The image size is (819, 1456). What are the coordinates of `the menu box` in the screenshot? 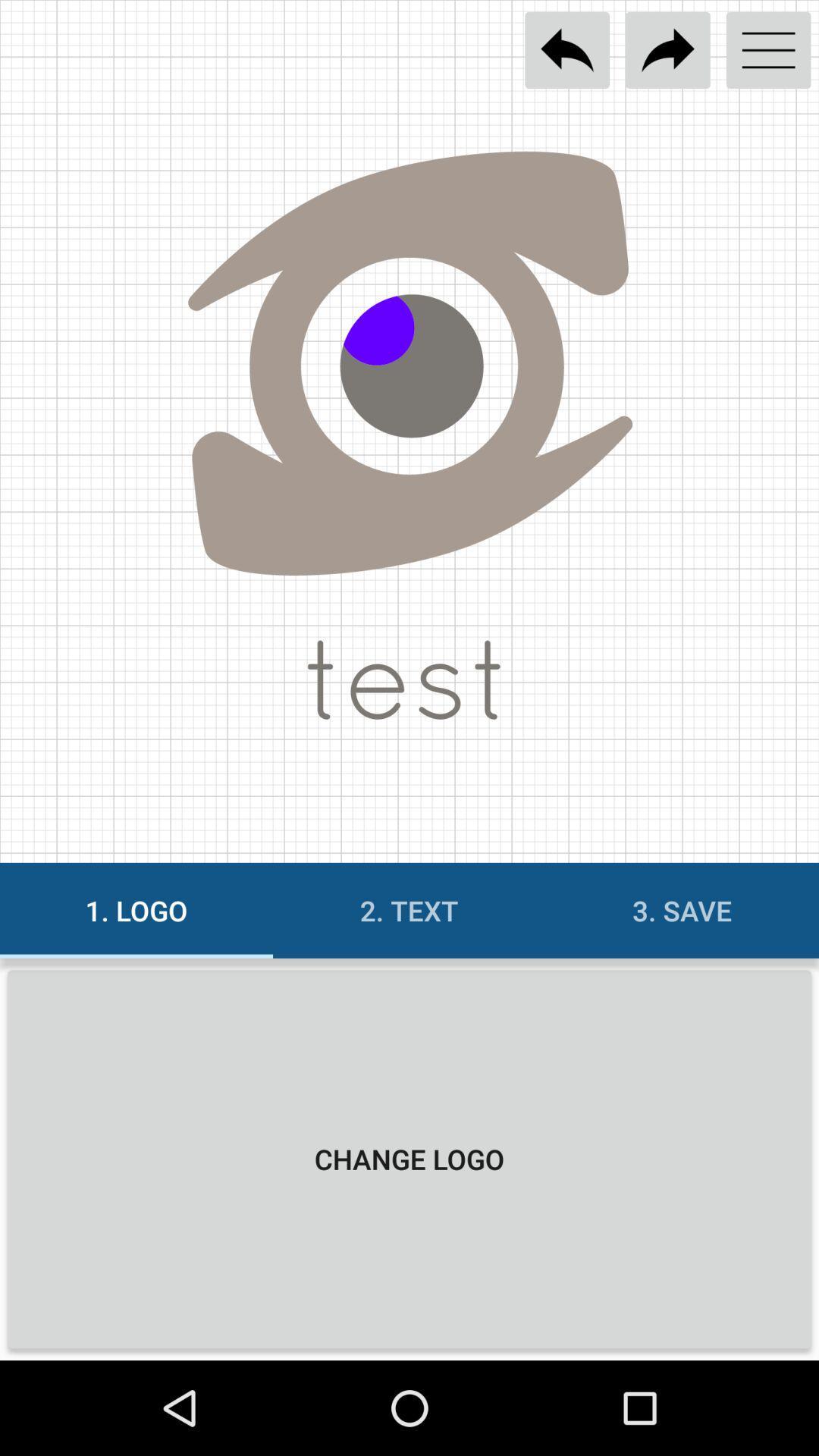 It's located at (768, 50).